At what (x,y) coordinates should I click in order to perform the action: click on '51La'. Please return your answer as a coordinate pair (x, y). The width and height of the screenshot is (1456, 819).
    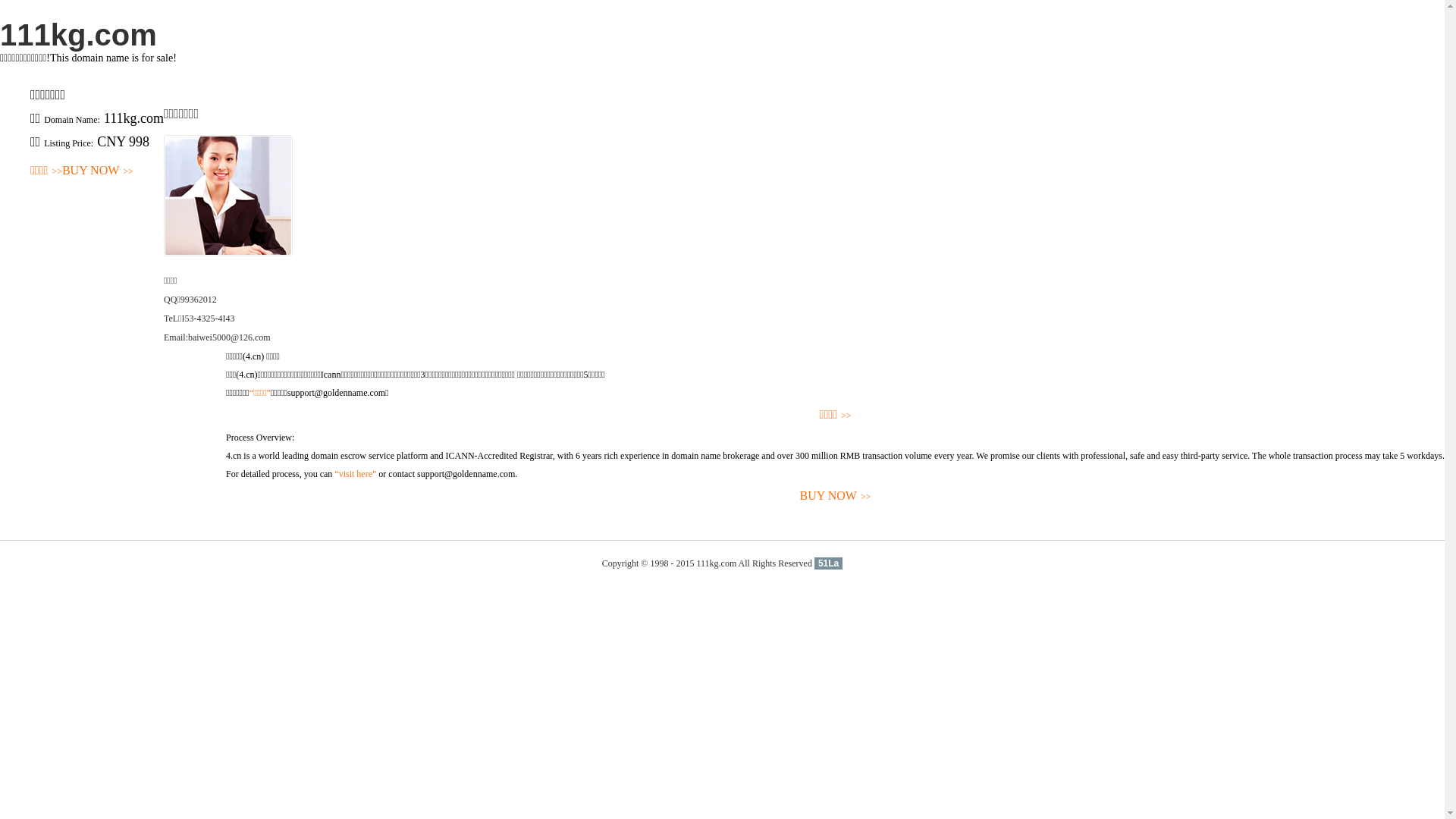
    Looking at the image, I should click on (814, 563).